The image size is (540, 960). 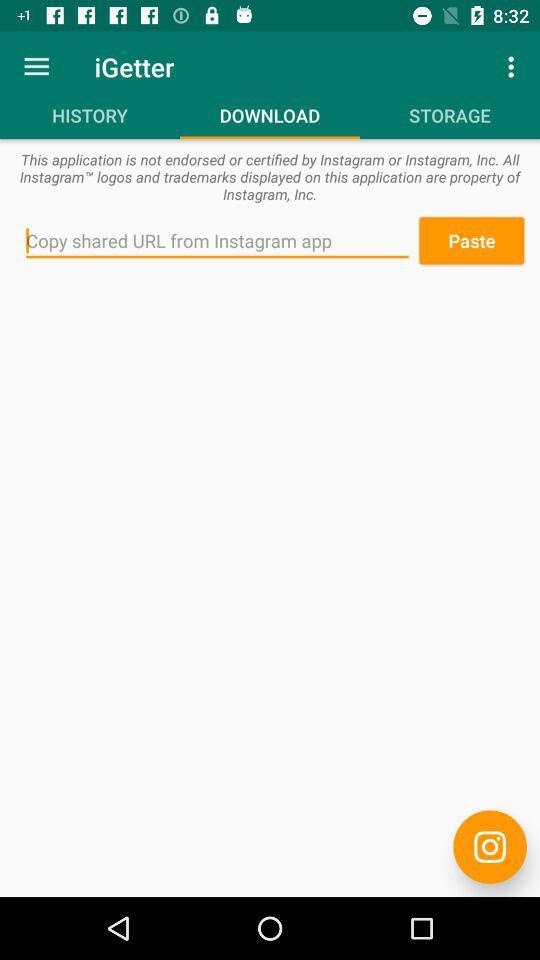 I want to click on the icon above the storage icon, so click(x=513, y=66).